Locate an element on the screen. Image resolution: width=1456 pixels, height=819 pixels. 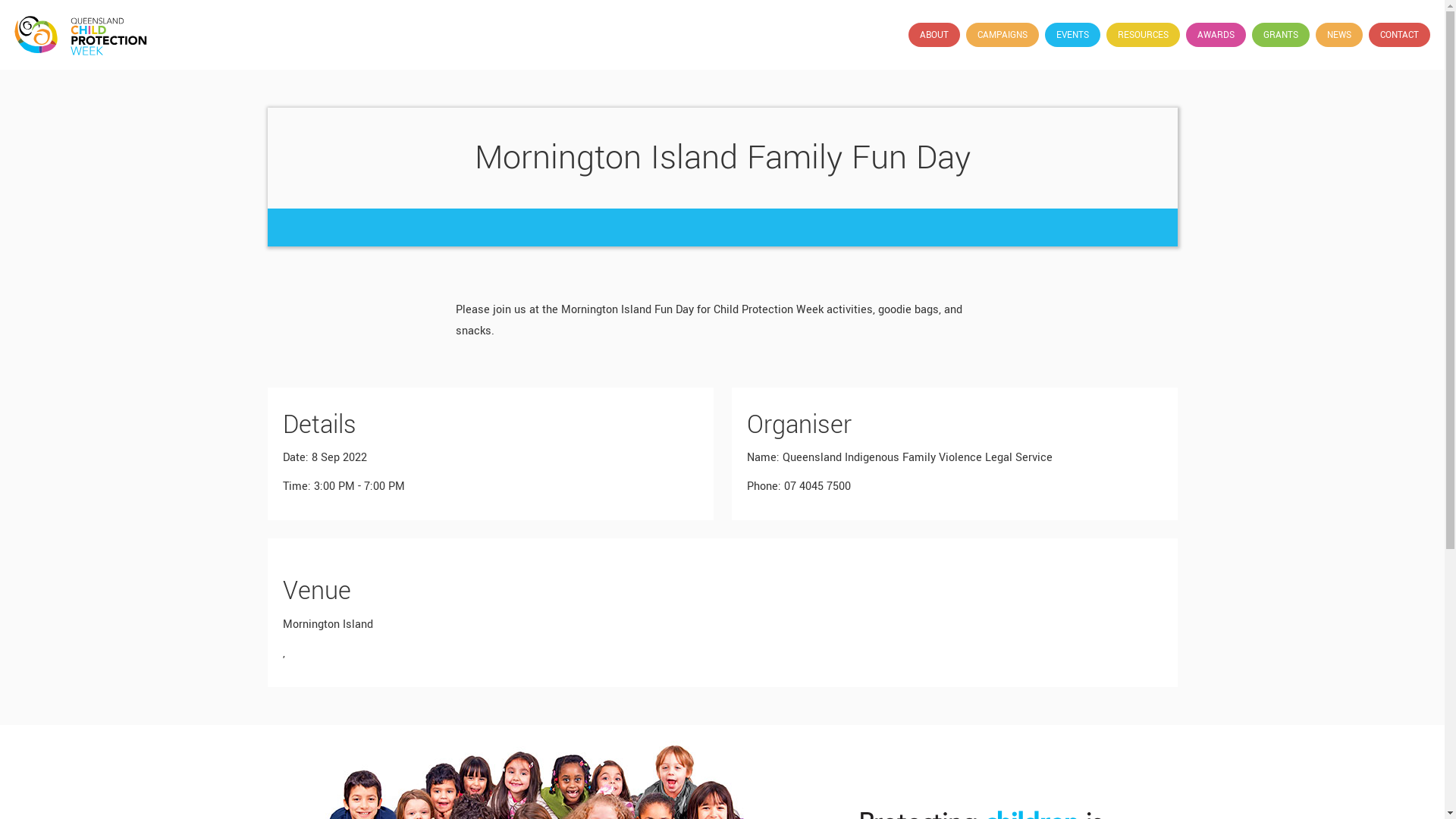
'CONTACT' is located at coordinates (1398, 34).